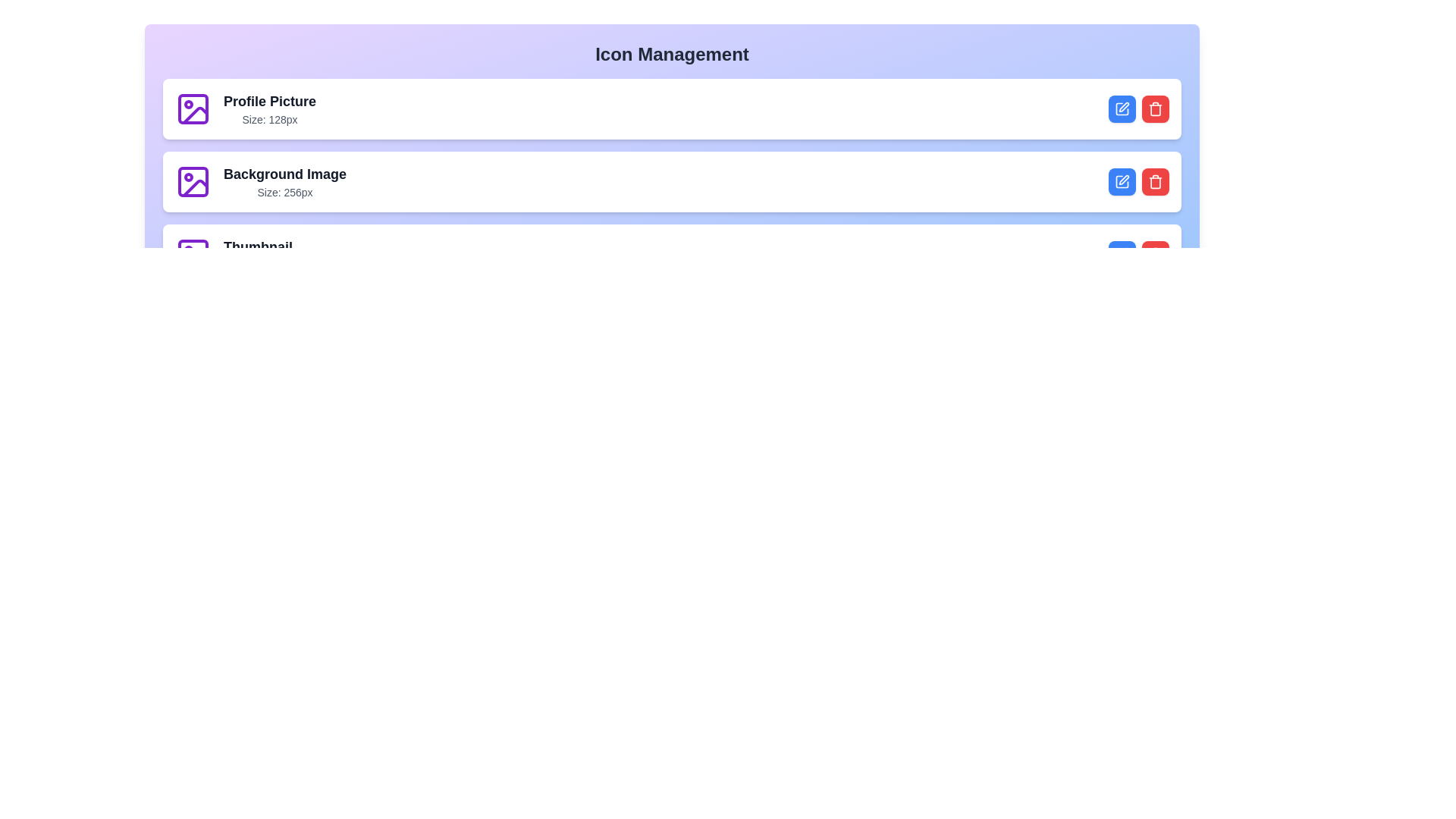  Describe the element at coordinates (284, 180) in the screenshot. I see `the informational block displaying description and size information related` at that location.